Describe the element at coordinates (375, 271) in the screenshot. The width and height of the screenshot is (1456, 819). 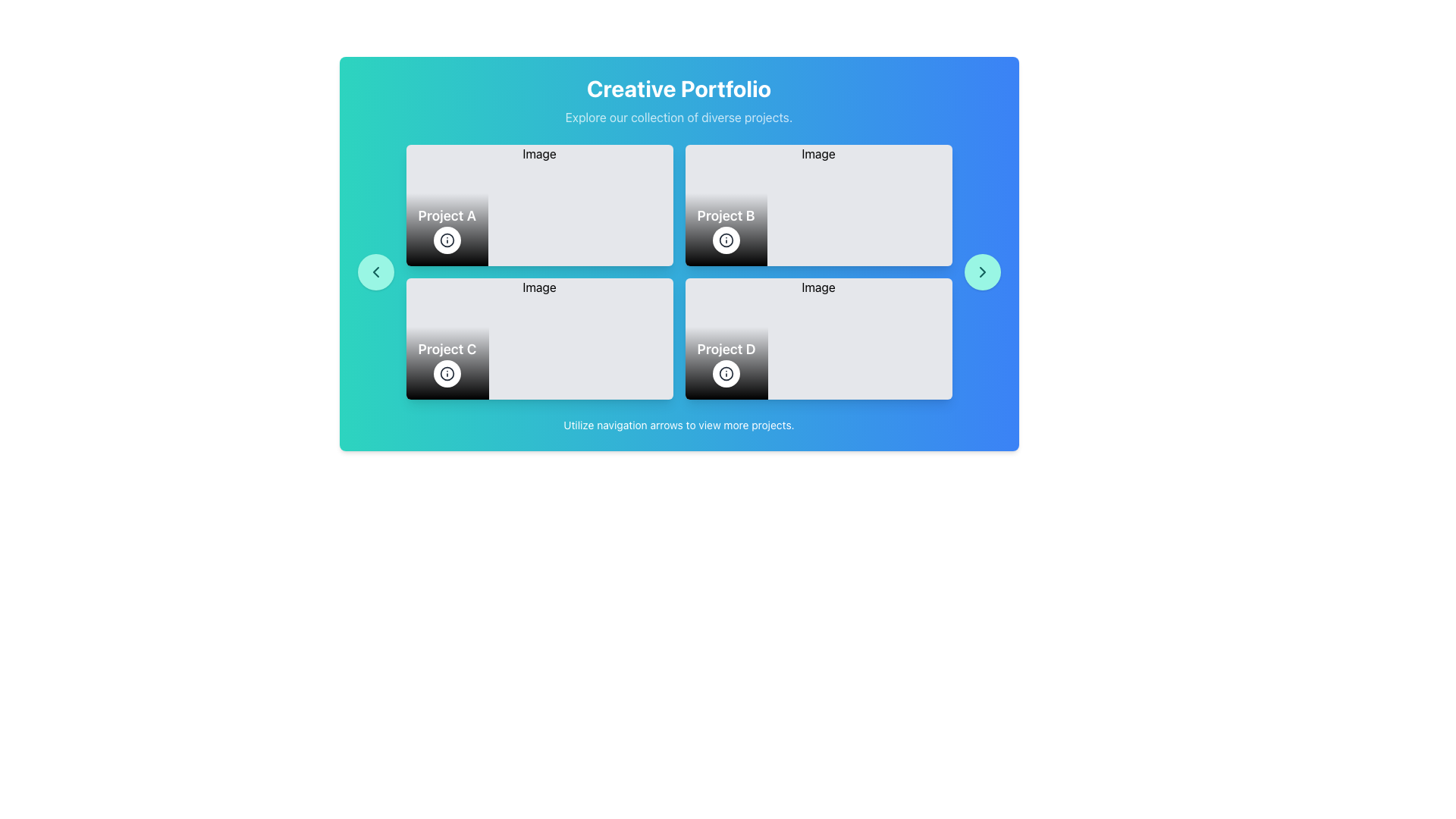
I see `the circular button with a muted teal background and a leftward-pointing chevron icon` at that location.